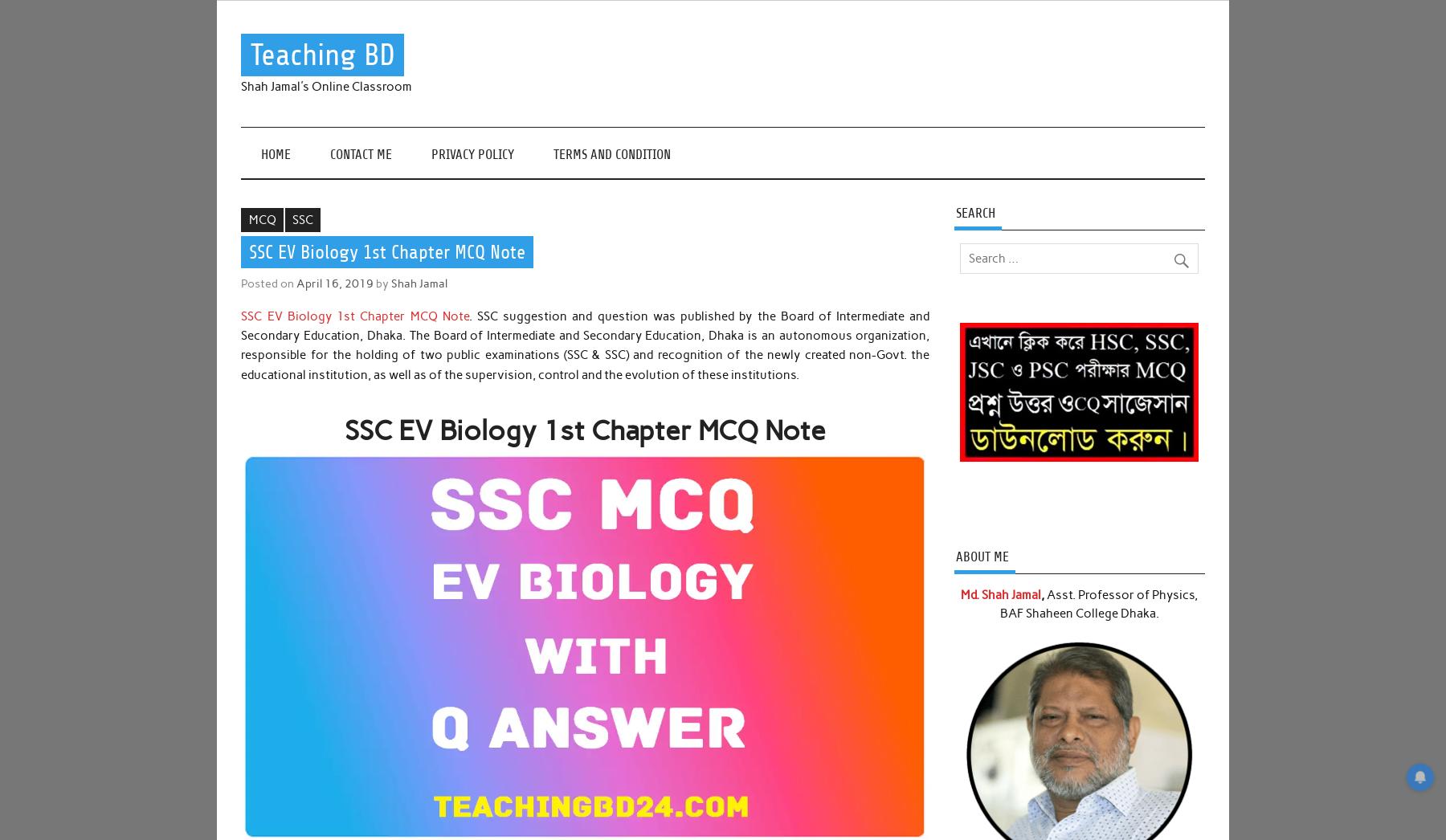 The image size is (1446, 840). Describe the element at coordinates (268, 281) in the screenshot. I see `'Posted on'` at that location.